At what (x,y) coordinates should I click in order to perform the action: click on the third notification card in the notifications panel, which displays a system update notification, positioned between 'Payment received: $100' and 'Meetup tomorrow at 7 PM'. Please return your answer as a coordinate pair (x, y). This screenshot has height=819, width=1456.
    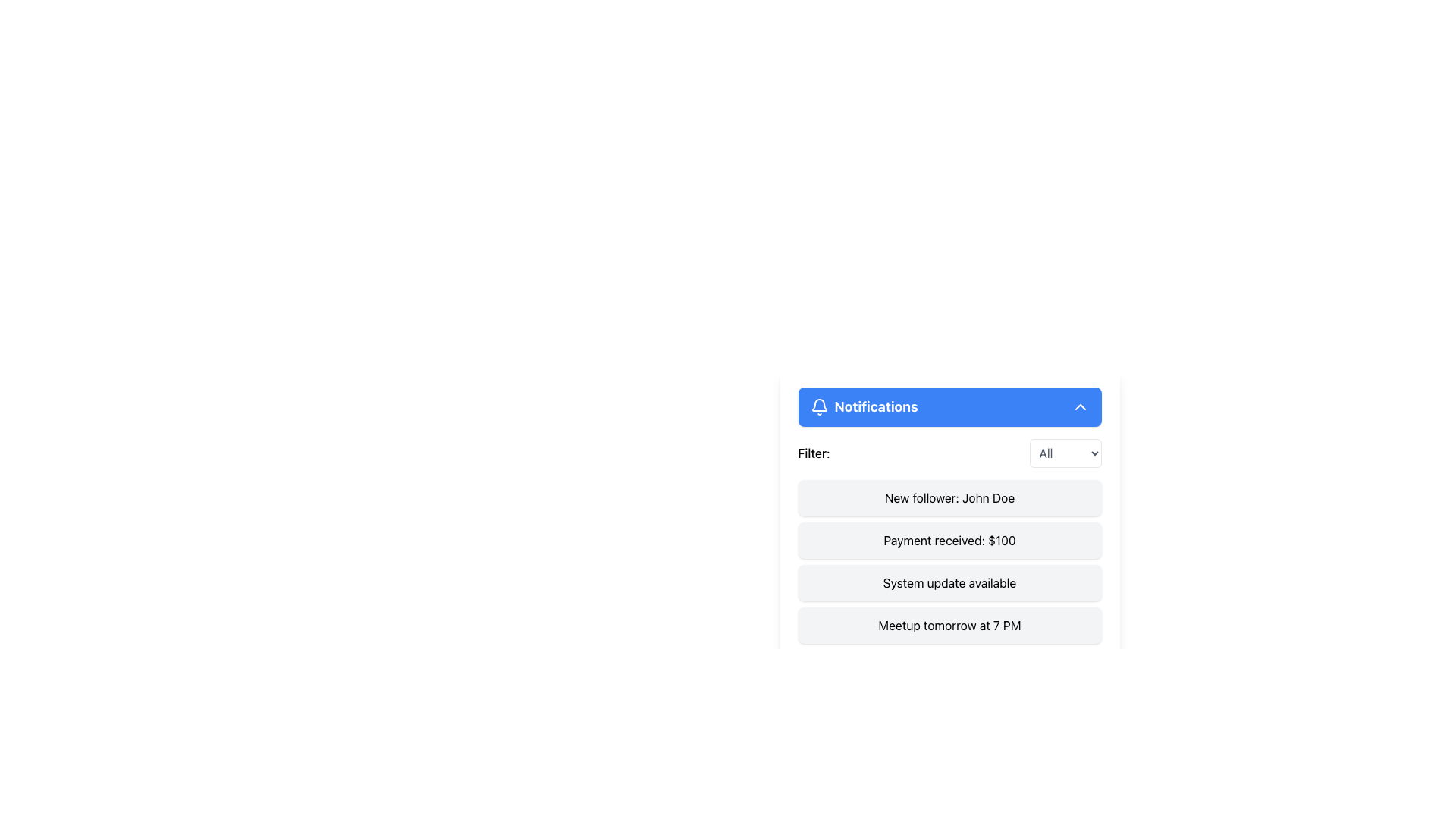
    Looking at the image, I should click on (949, 582).